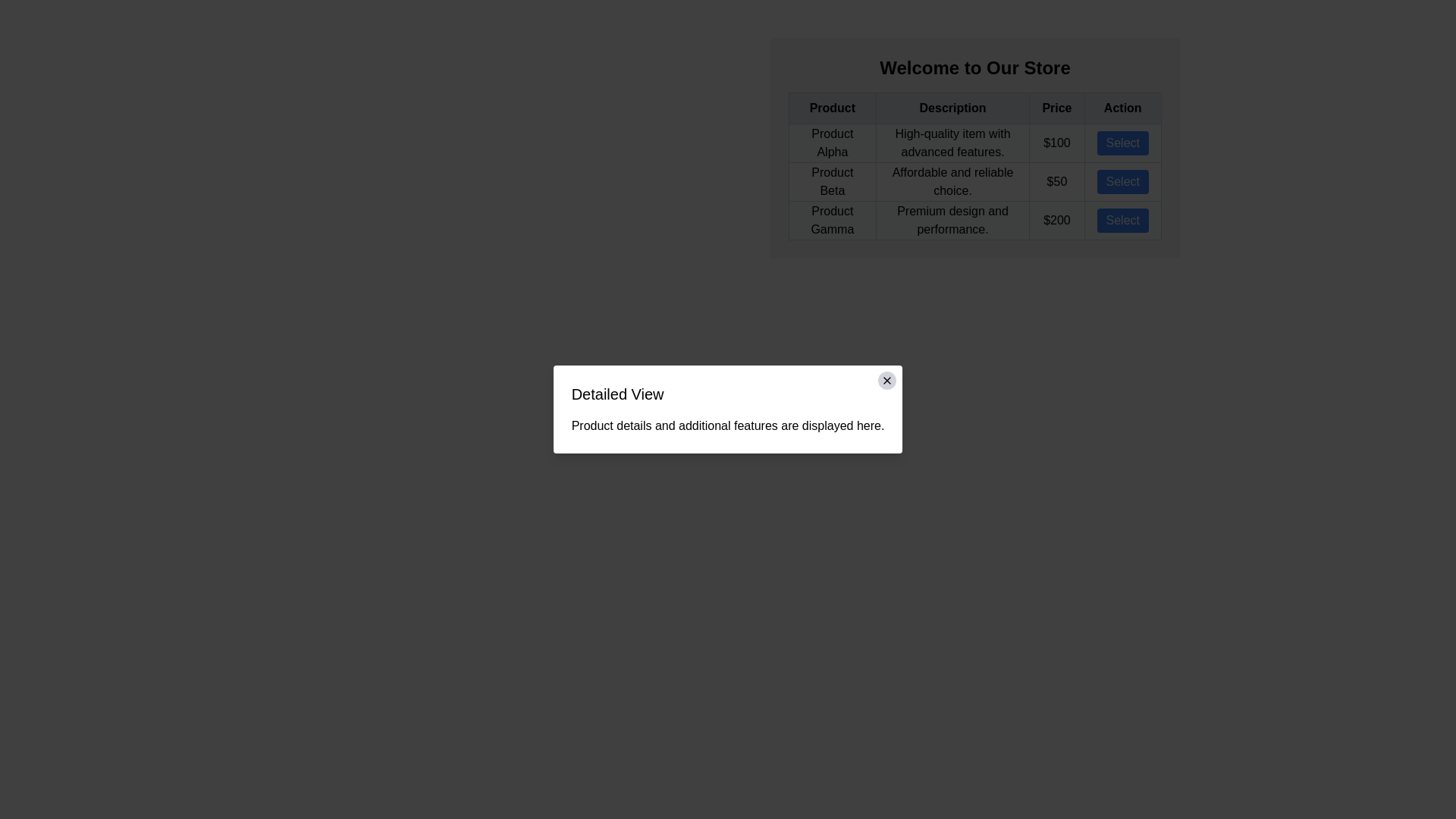  I want to click on descriptive text content about 'Product Beta' which states 'Affordable and reliable choice.' located in the second row and second column of the product details table, so click(975, 180).